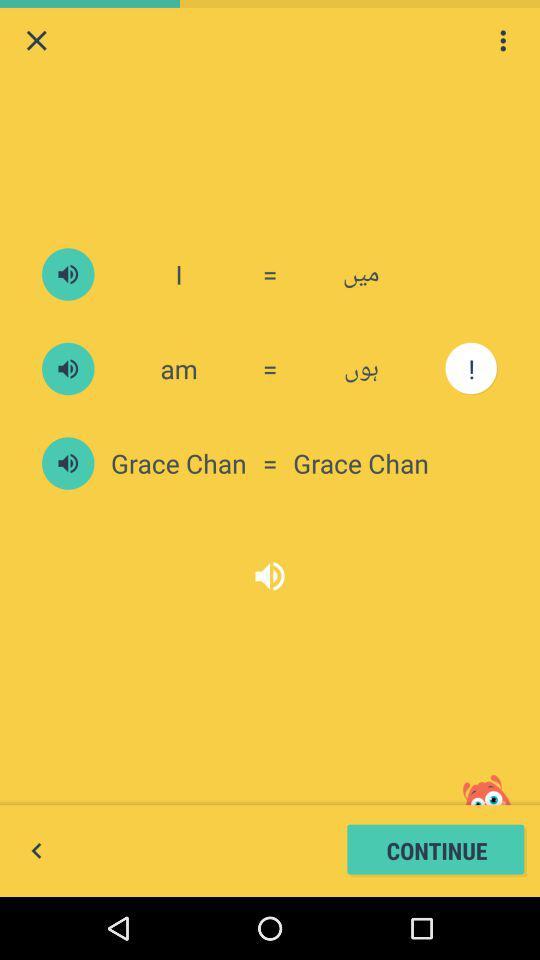  I want to click on the close icon, so click(36, 42).